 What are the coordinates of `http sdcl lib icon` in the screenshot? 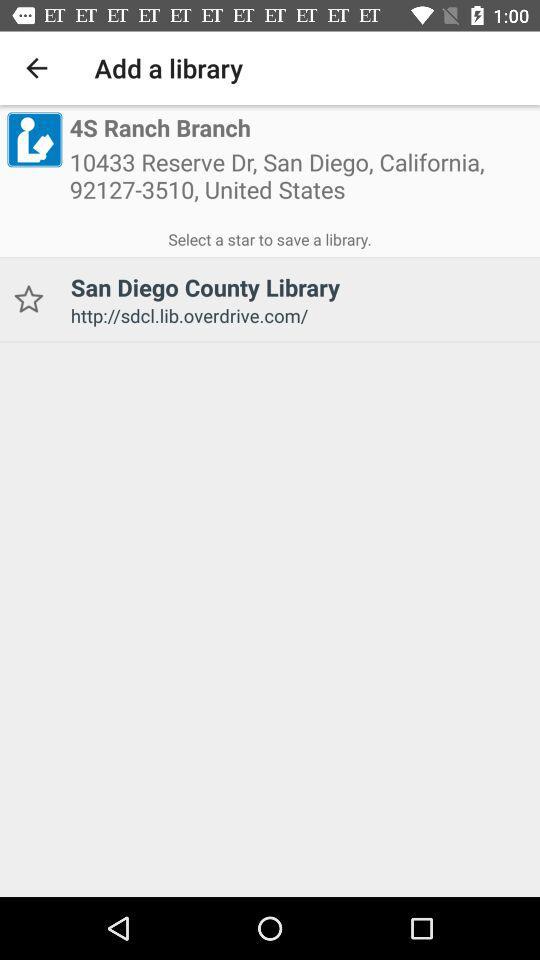 It's located at (297, 315).